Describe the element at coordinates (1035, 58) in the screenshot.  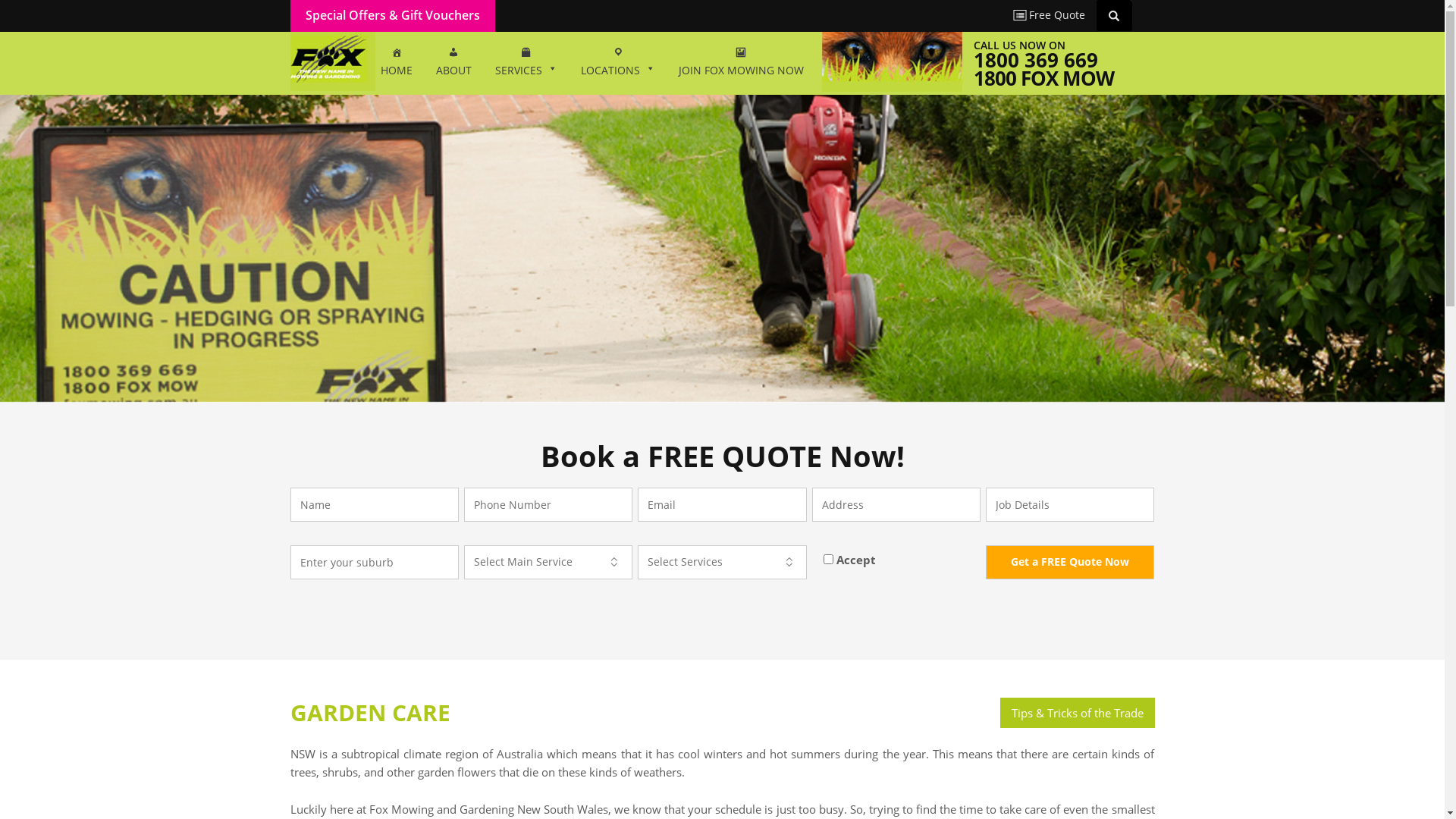
I see `'1800 369 669'` at that location.